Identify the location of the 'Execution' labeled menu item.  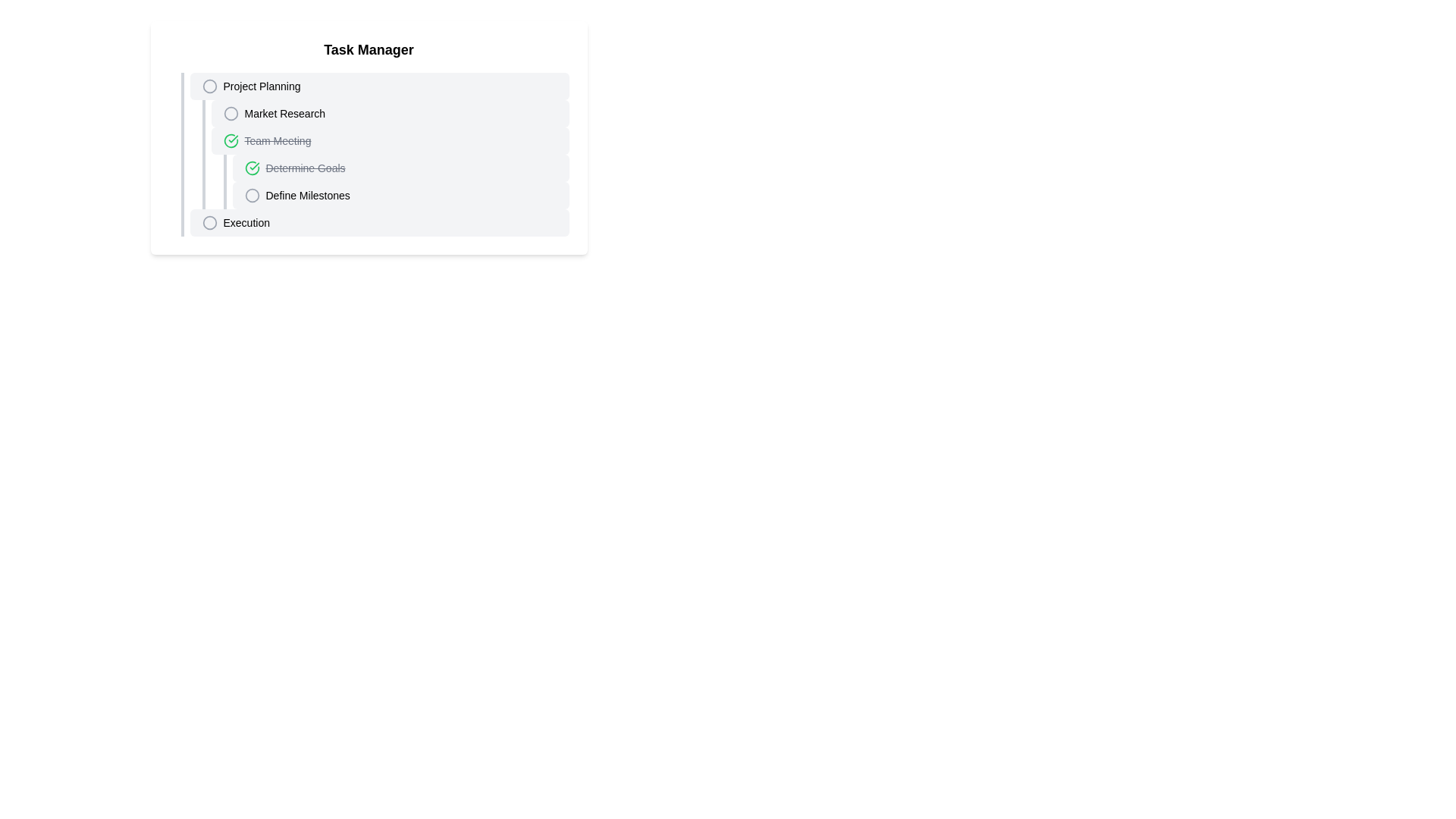
(246, 222).